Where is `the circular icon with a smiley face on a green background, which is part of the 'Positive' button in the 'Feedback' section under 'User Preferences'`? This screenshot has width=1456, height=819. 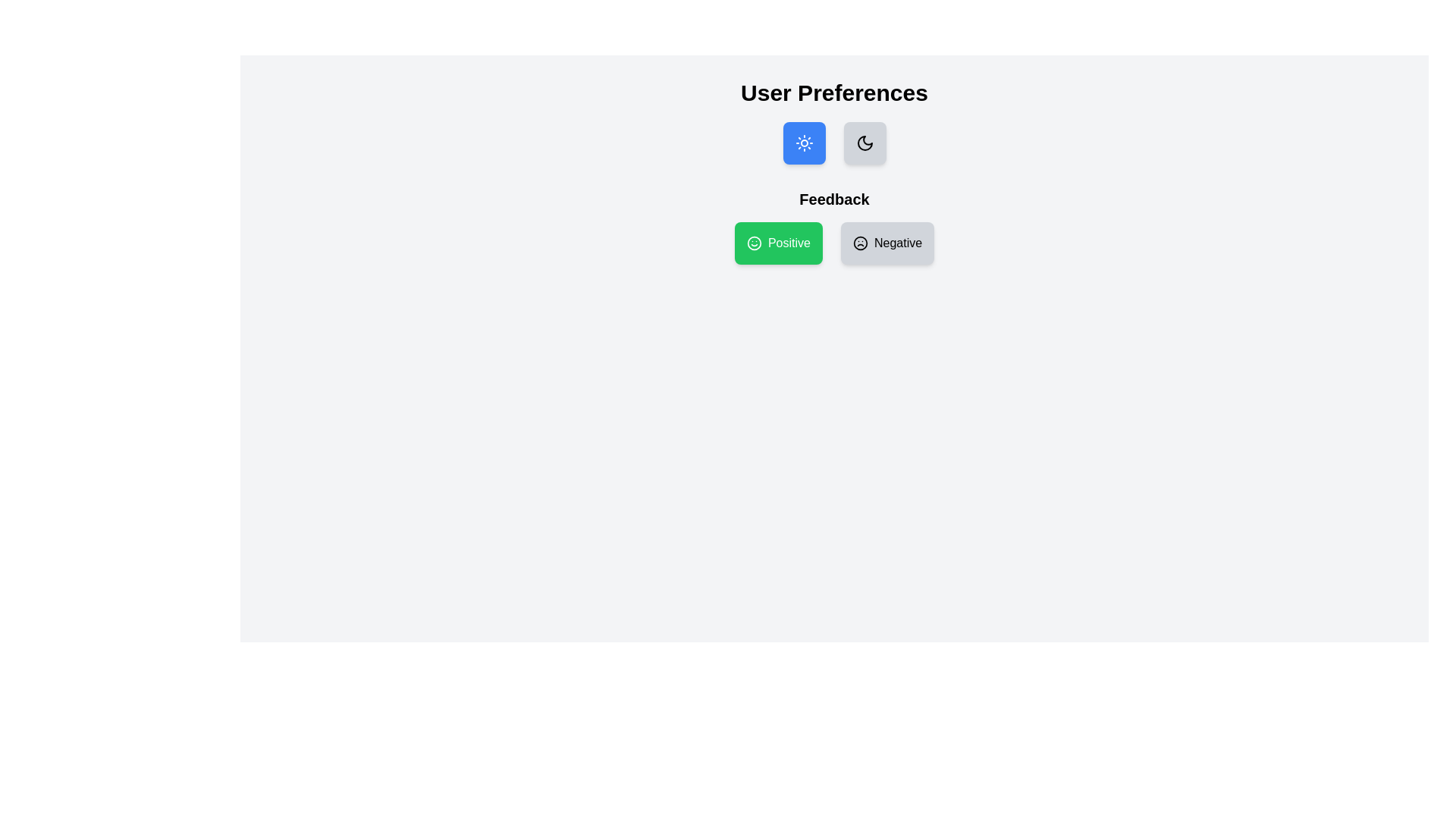 the circular icon with a smiley face on a green background, which is part of the 'Positive' button in the 'Feedback' section under 'User Preferences' is located at coordinates (754, 242).